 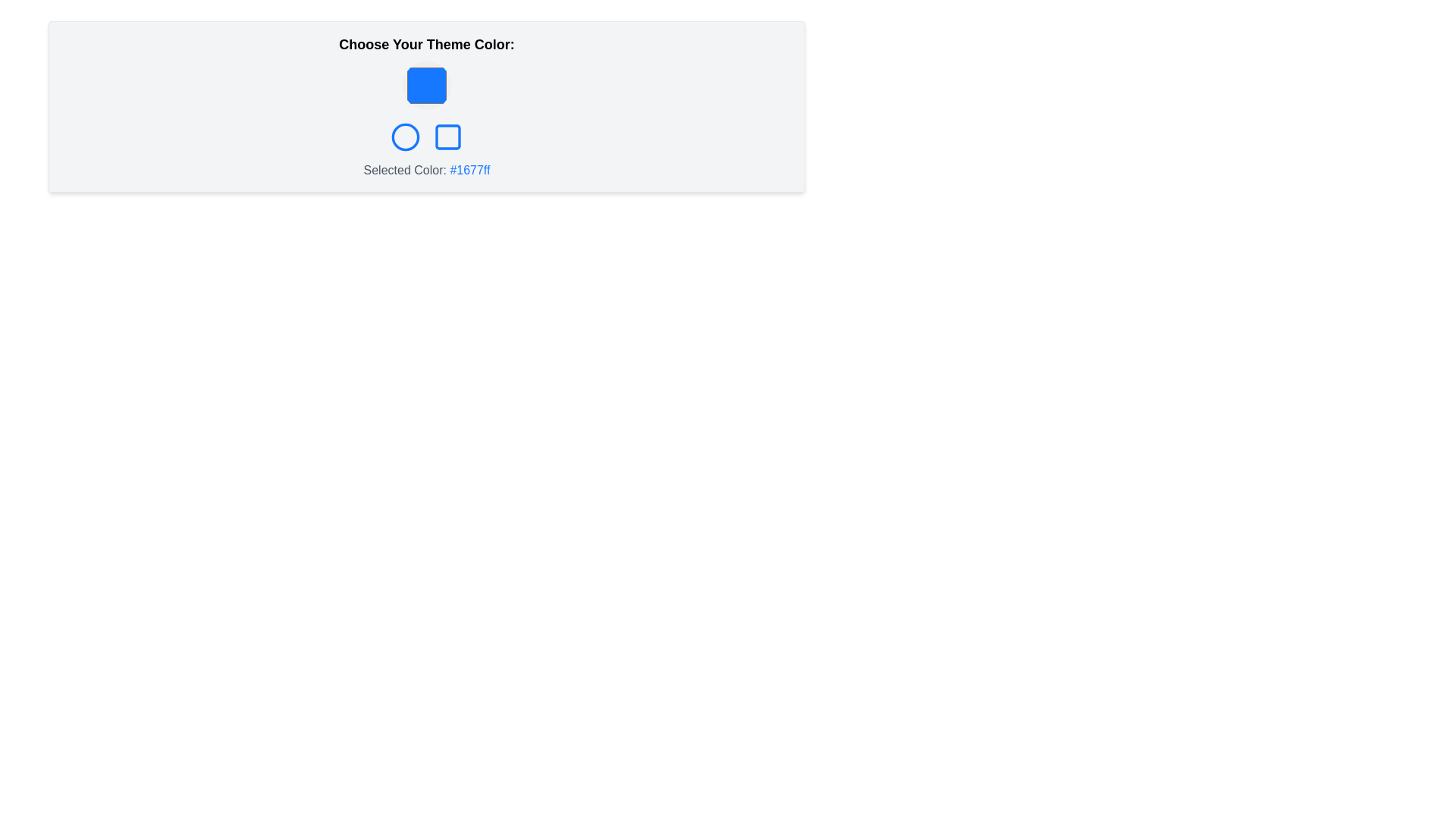 What do you see at coordinates (405, 137) in the screenshot?
I see `the first circular icon with a blue border below the heading 'Choose Your Theme Color:'` at bounding box center [405, 137].